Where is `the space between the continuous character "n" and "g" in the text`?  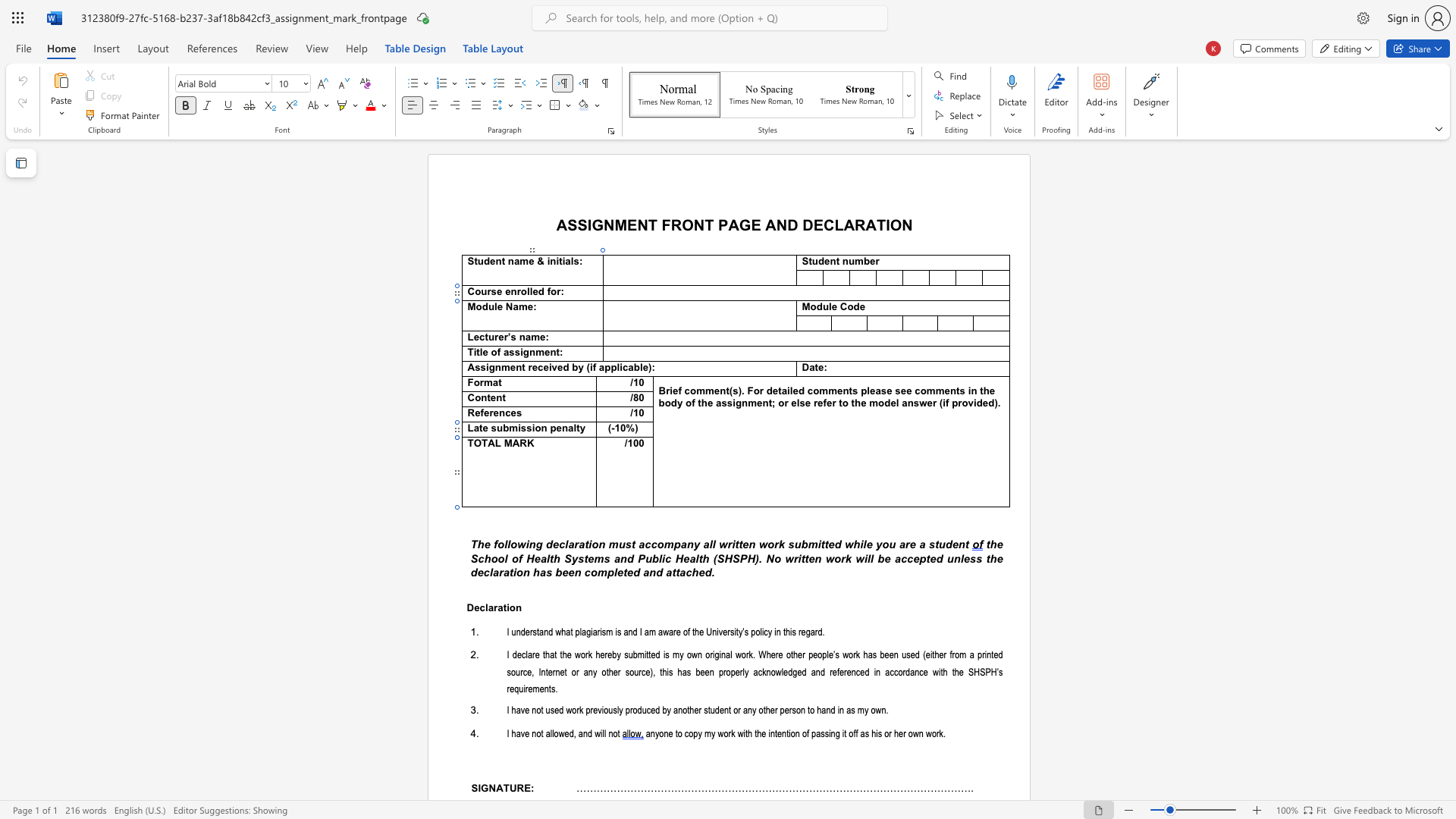
the space between the continuous character "n" and "g" in the text is located at coordinates (535, 544).